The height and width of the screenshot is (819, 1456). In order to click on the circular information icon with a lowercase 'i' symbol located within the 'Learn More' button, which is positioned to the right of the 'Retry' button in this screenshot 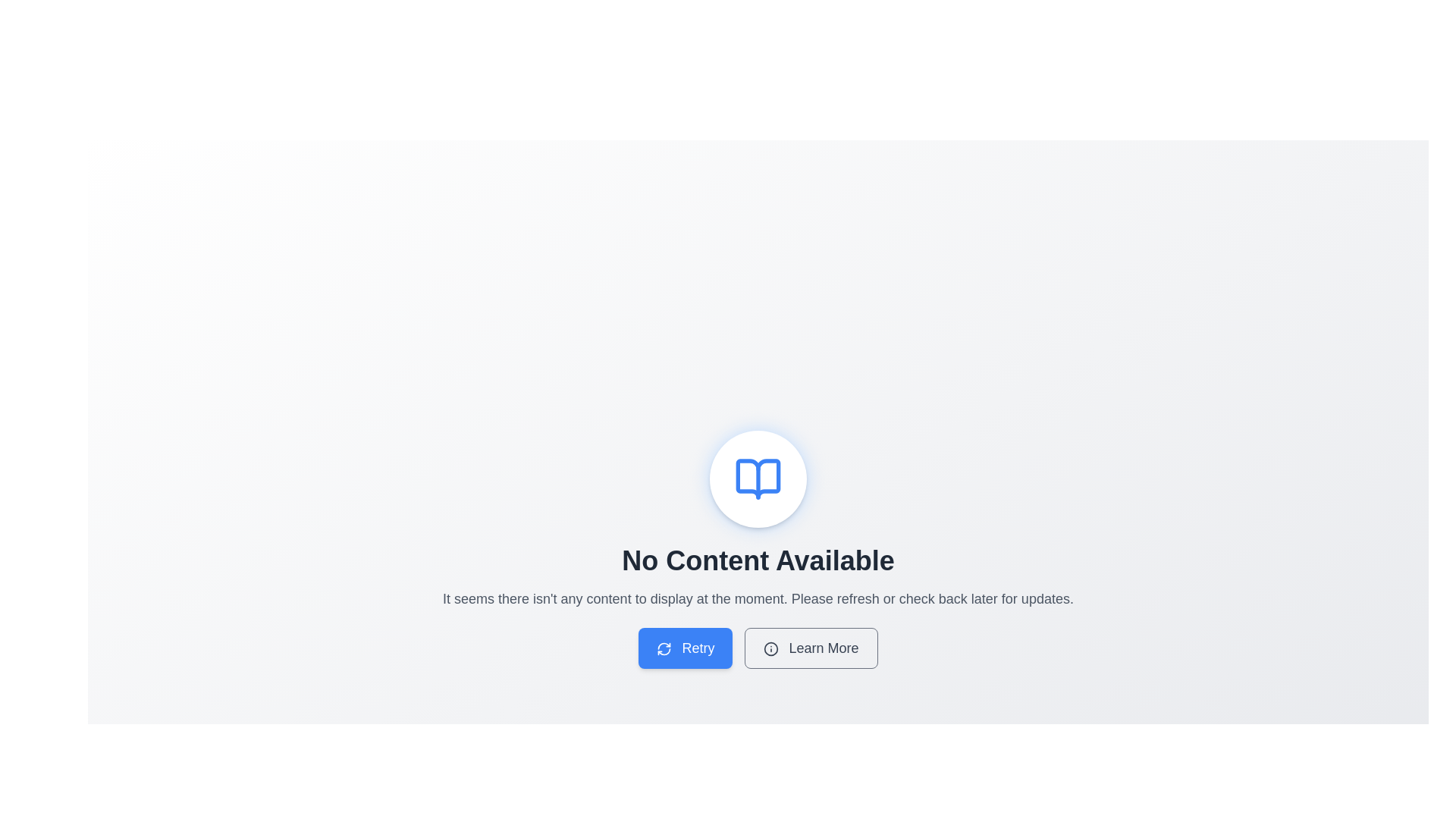, I will do `click(771, 648)`.